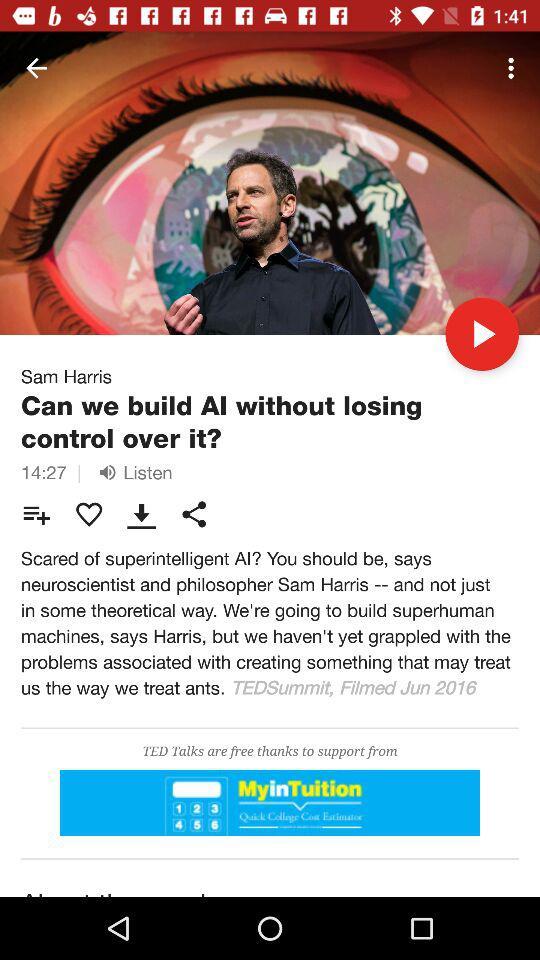  What do you see at coordinates (270, 803) in the screenshot?
I see `install` at bounding box center [270, 803].